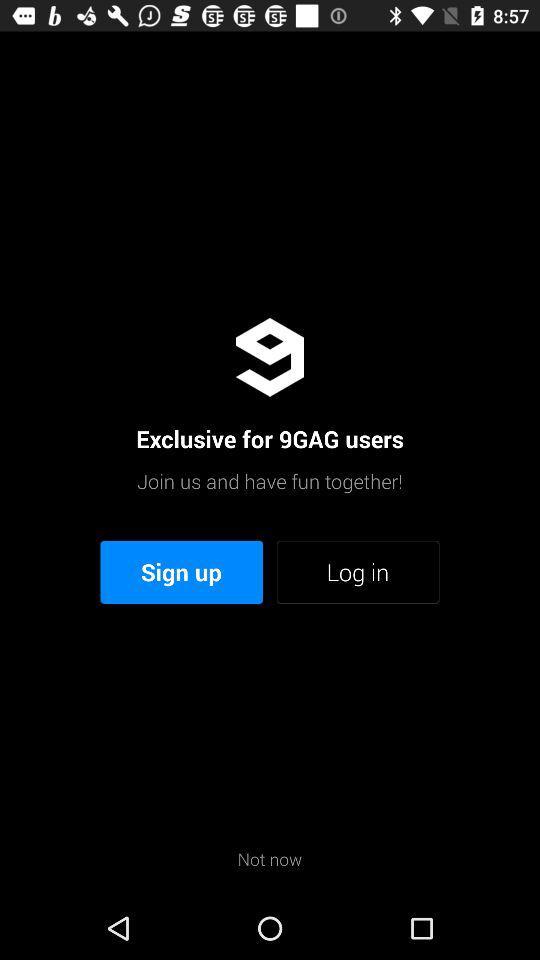 Image resolution: width=540 pixels, height=960 pixels. Describe the element at coordinates (181, 572) in the screenshot. I see `the icon below join us and item` at that location.